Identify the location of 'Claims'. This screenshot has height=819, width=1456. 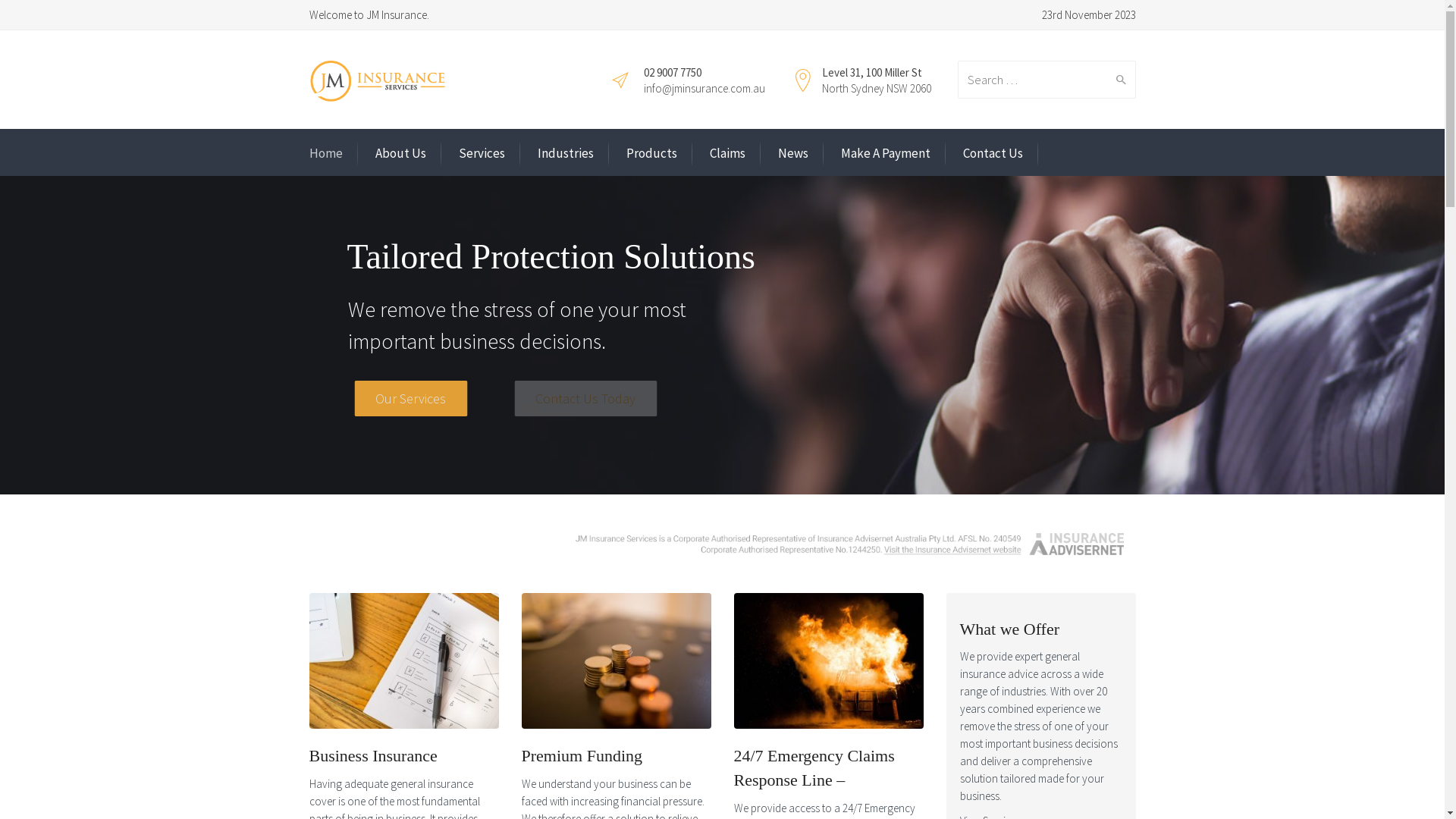
(726, 153).